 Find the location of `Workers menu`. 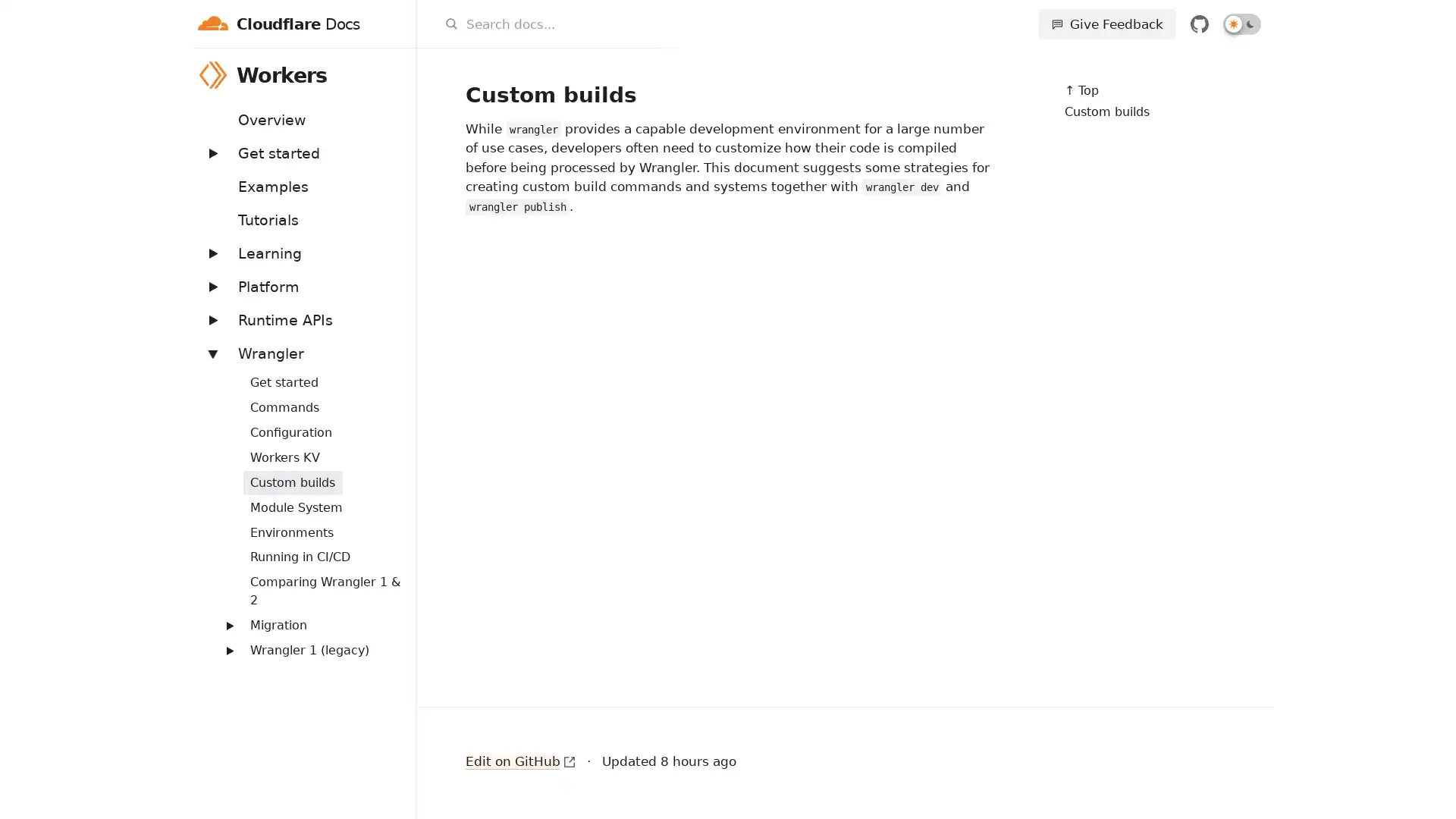

Workers menu is located at coordinates (396, 74).